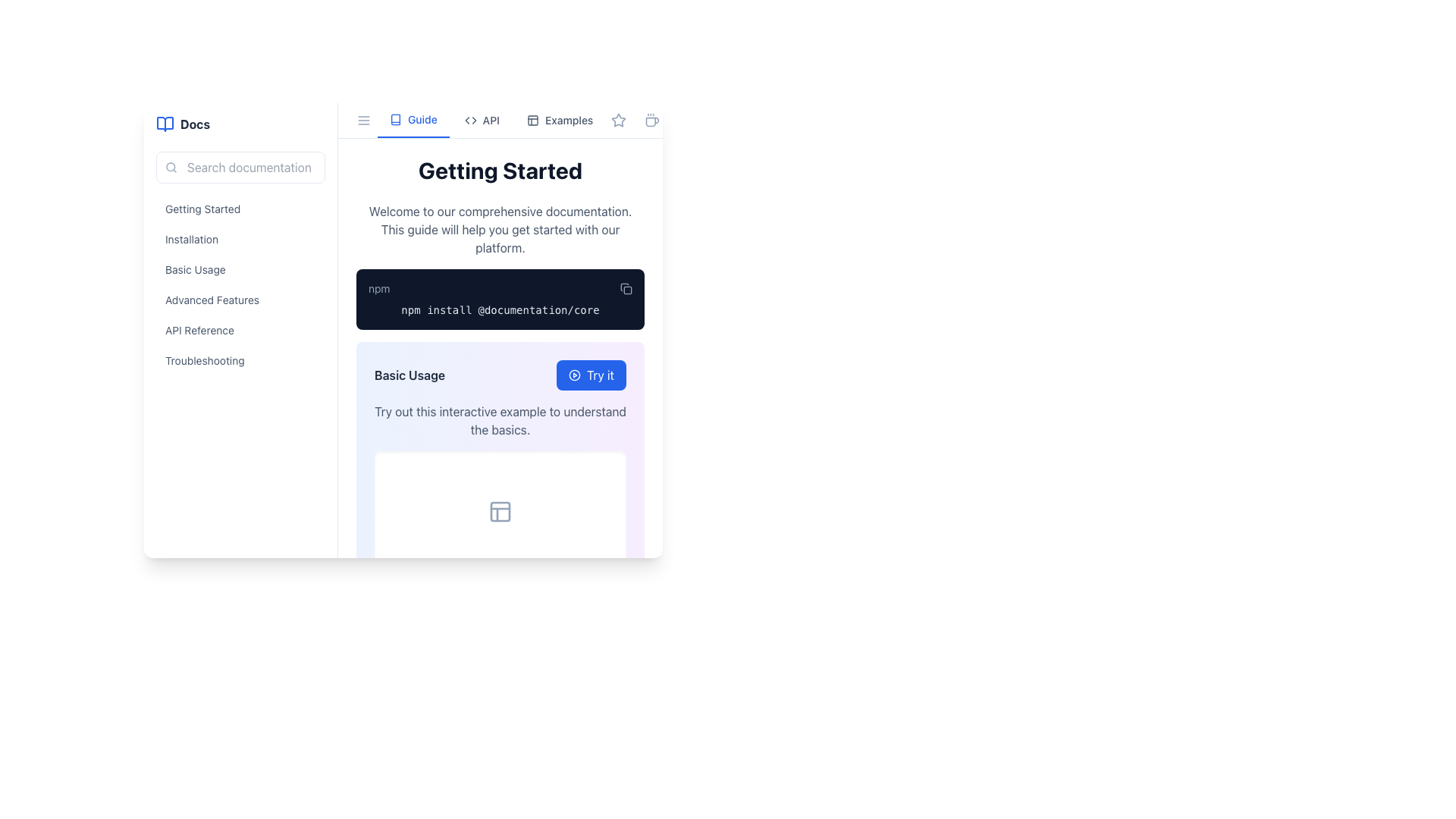 This screenshot has height=819, width=1456. Describe the element at coordinates (364, 119) in the screenshot. I see `the Icon button located in the top-left corner of the navigation bar, which serves as a menu toggle button` at that location.